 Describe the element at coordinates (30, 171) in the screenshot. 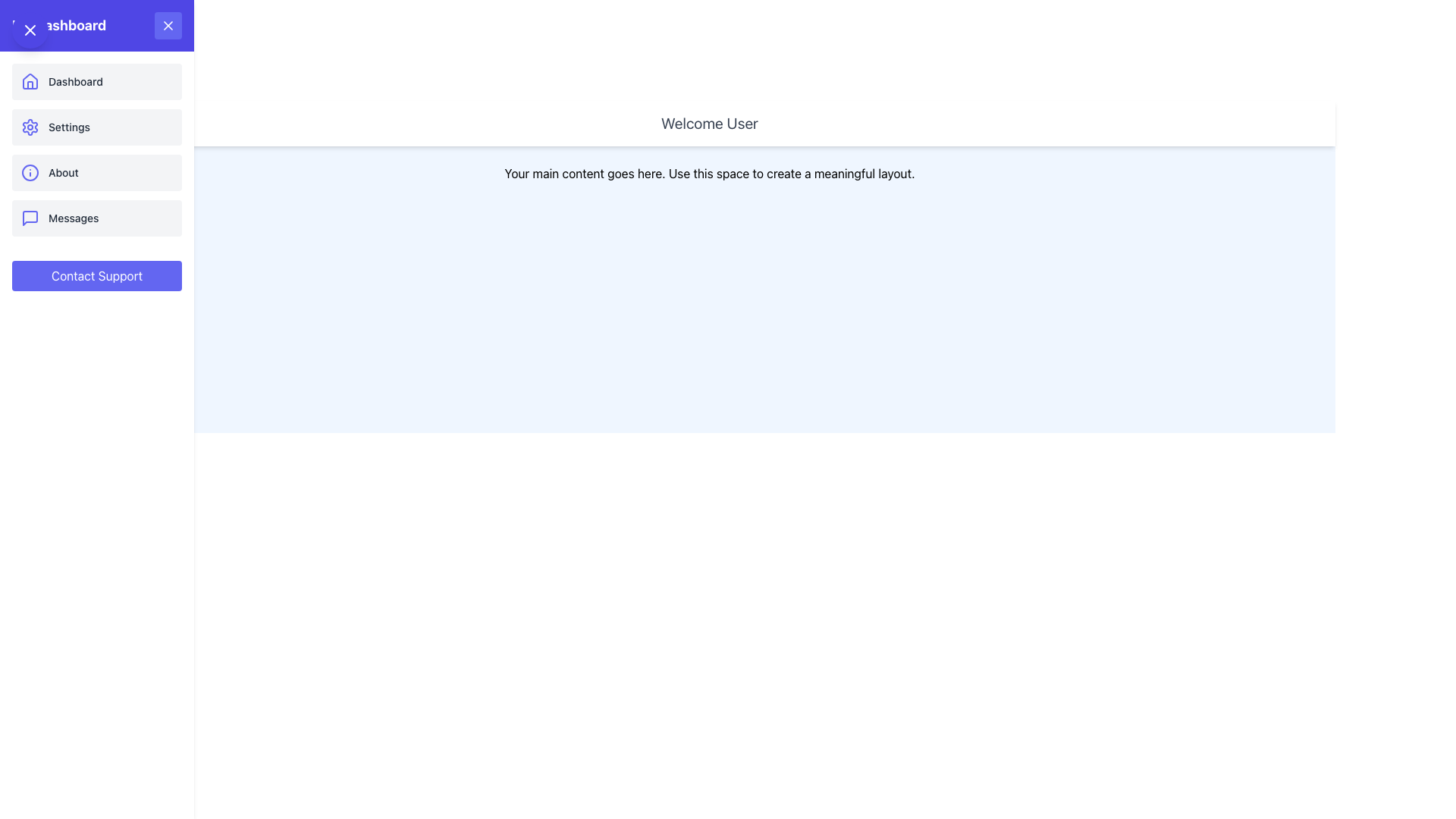

I see `the 'About' icon in the sidebar menu` at that location.